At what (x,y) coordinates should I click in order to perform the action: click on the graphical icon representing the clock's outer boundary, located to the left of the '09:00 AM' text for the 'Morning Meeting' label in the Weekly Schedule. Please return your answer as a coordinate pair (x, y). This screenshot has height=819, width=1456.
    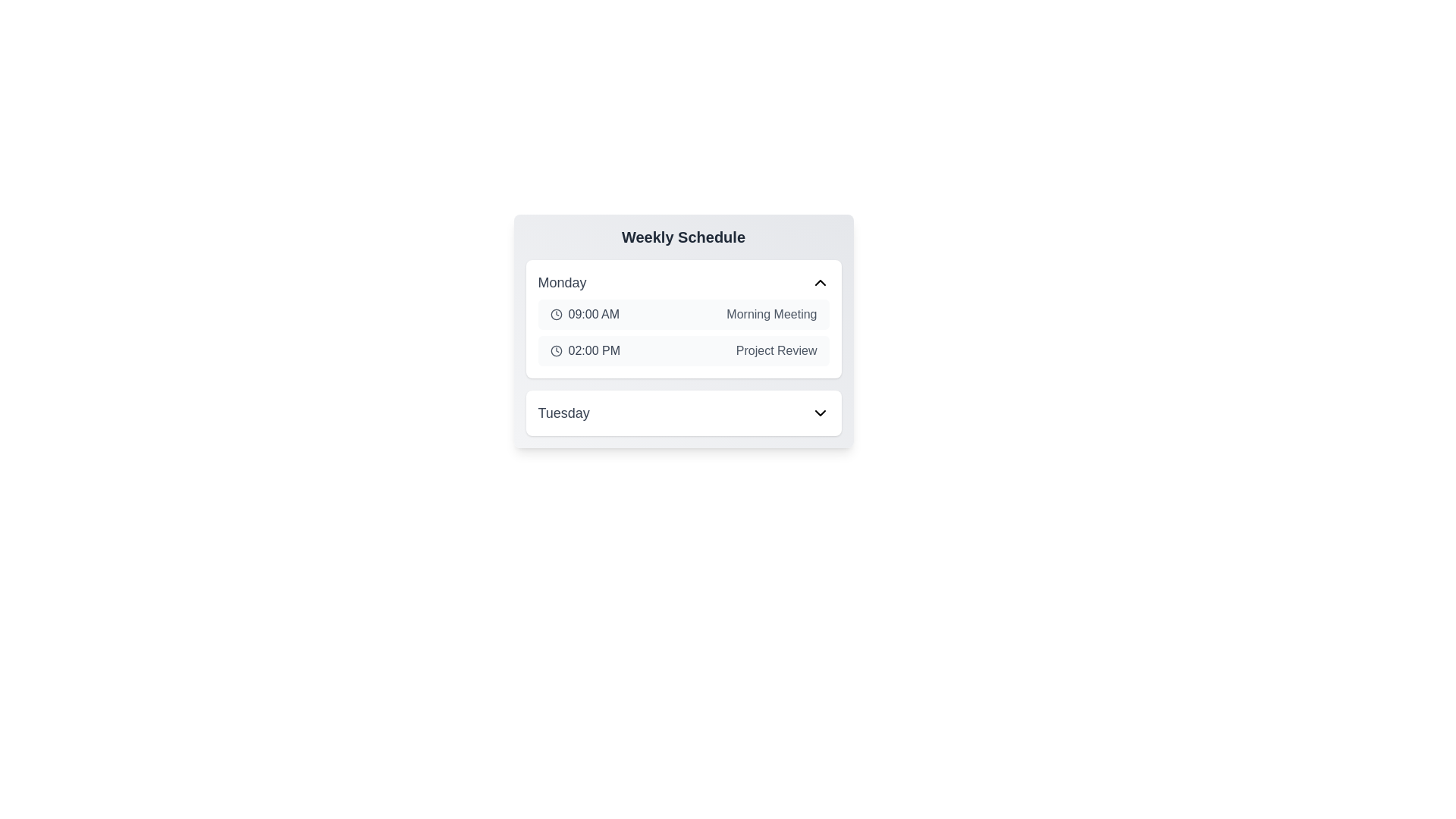
    Looking at the image, I should click on (555, 350).